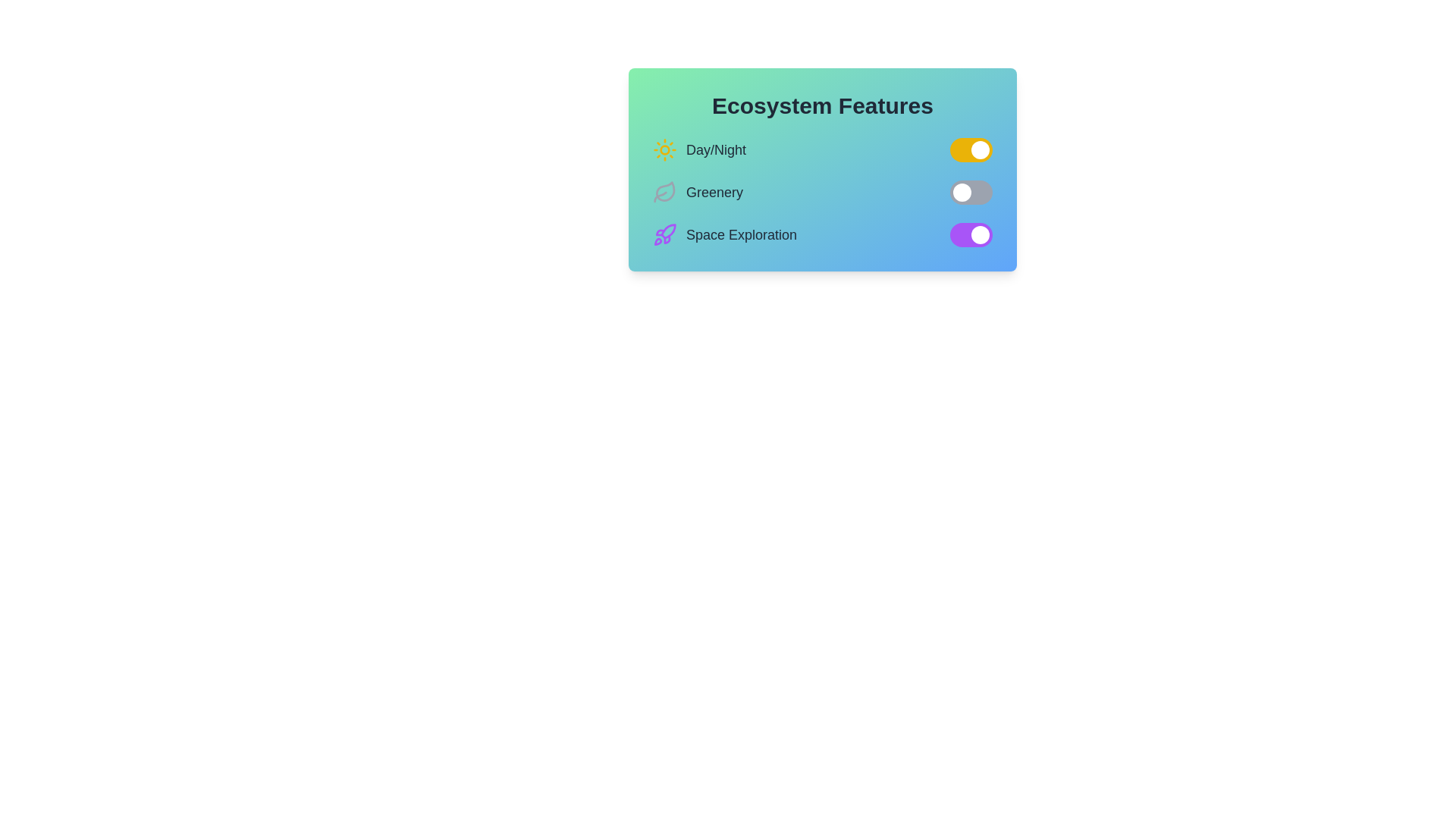 This screenshot has width=1456, height=819. What do you see at coordinates (665, 190) in the screenshot?
I see `the leaf-shaped icon representing the 'Greenery' feature in the 'Ecosystem Features' panel via keyboard navigation` at bounding box center [665, 190].